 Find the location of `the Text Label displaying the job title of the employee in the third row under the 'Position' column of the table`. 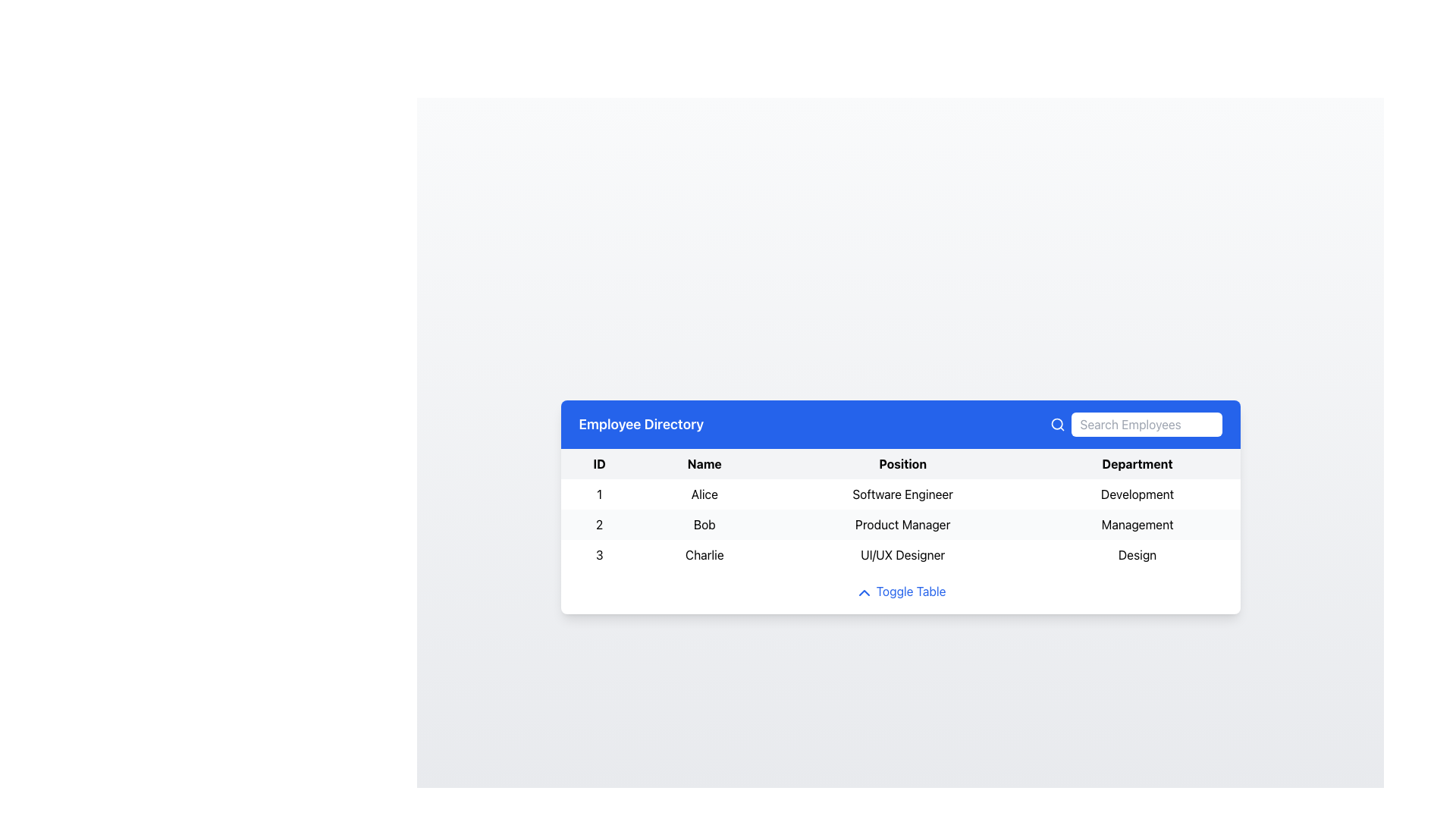

the Text Label displaying the job title of the employee in the third row under the 'Position' column of the table is located at coordinates (902, 555).